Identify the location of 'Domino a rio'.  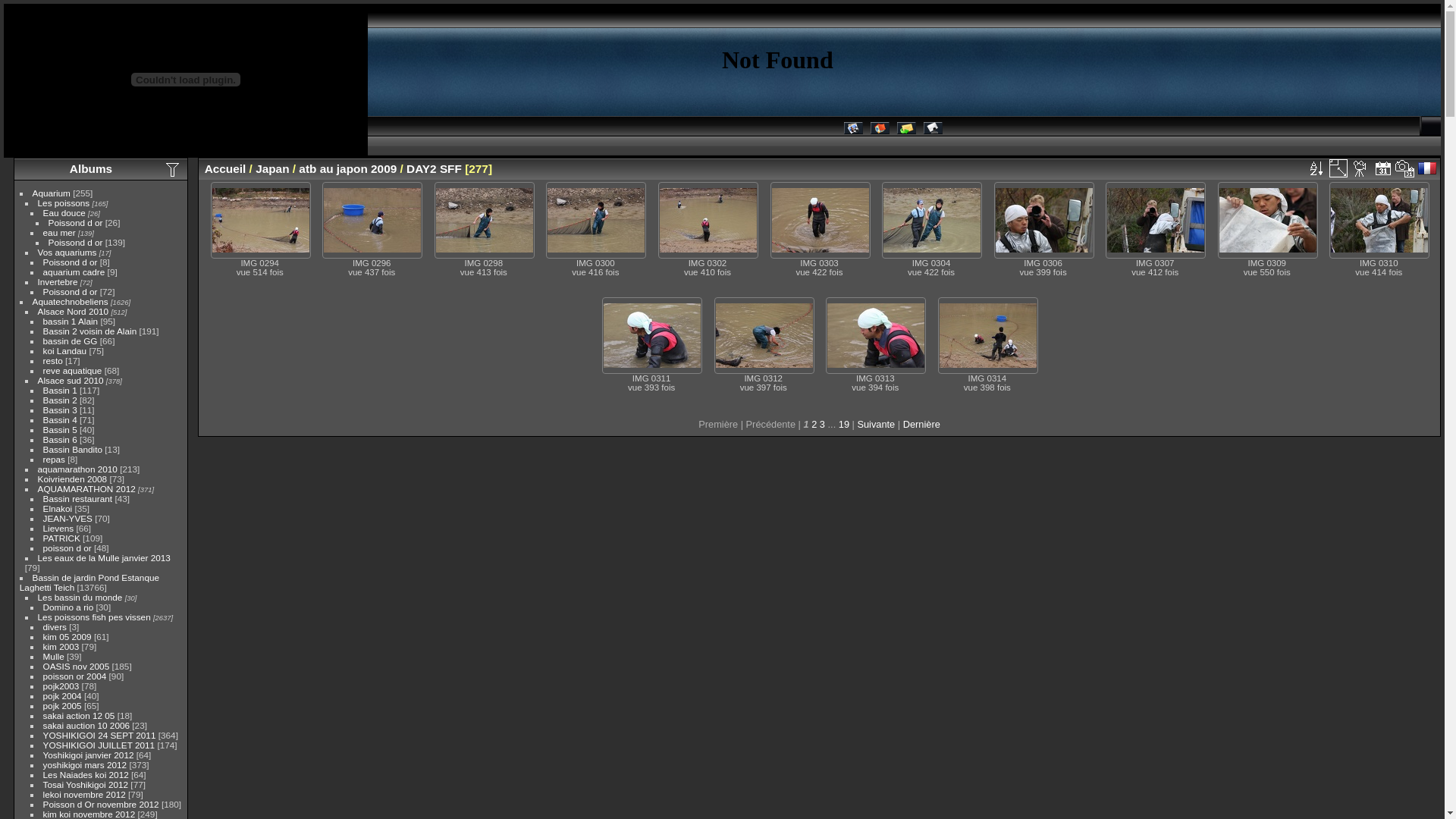
(67, 606).